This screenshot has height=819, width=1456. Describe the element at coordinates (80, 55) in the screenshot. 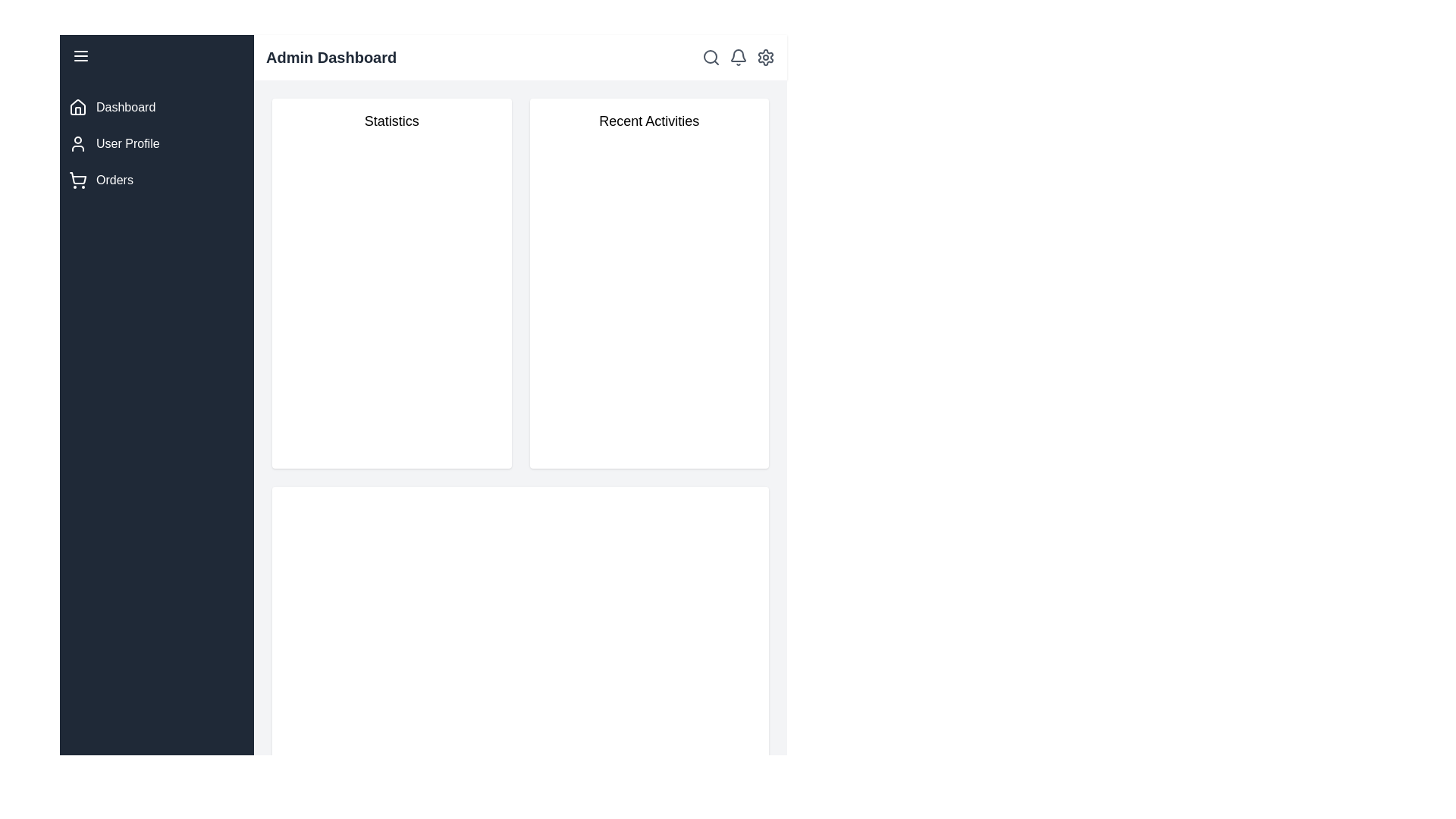

I see `the hamburger menu icon consisting of three horizontal lines` at that location.